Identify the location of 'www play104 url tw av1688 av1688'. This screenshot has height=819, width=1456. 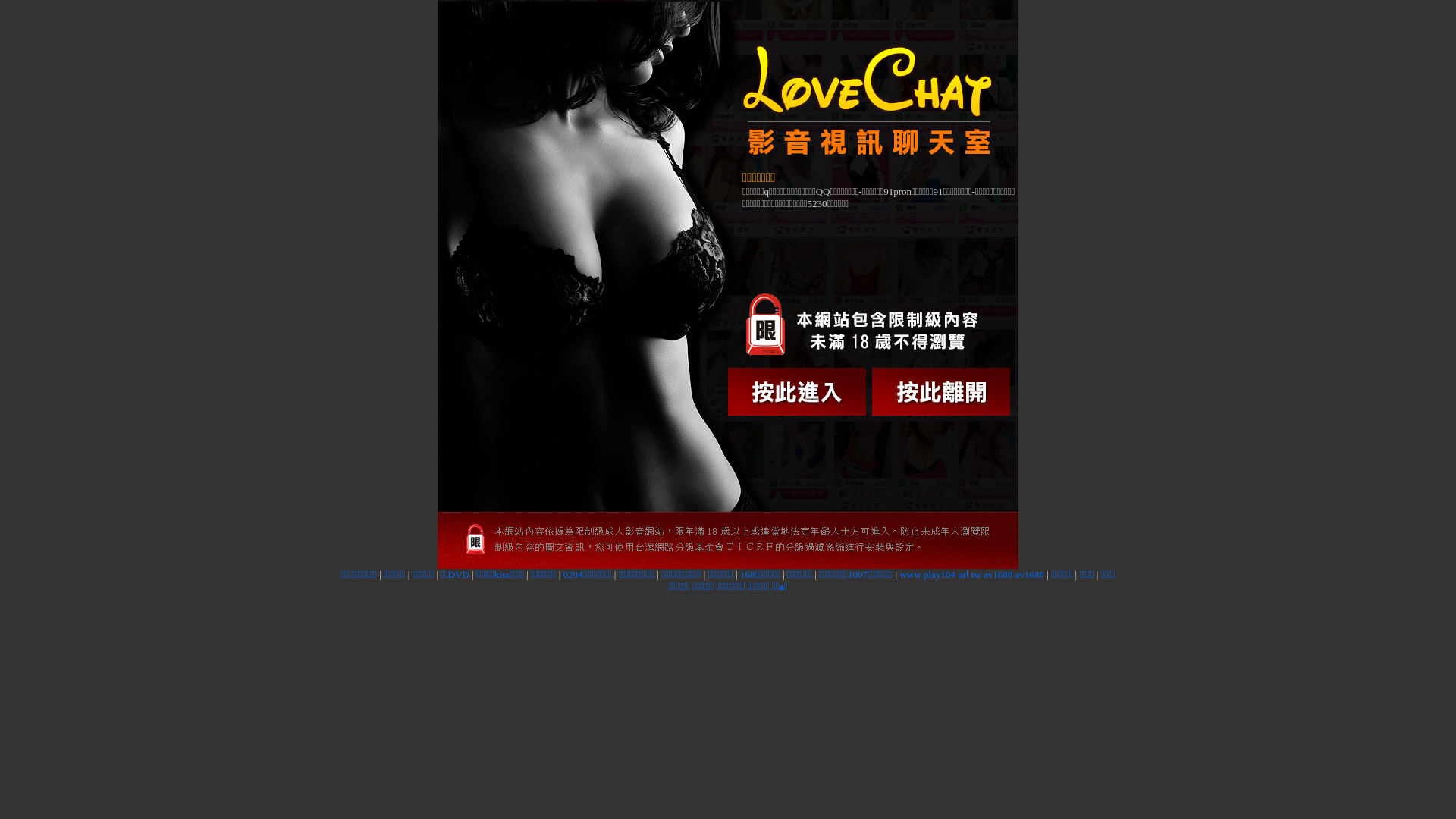
(971, 574).